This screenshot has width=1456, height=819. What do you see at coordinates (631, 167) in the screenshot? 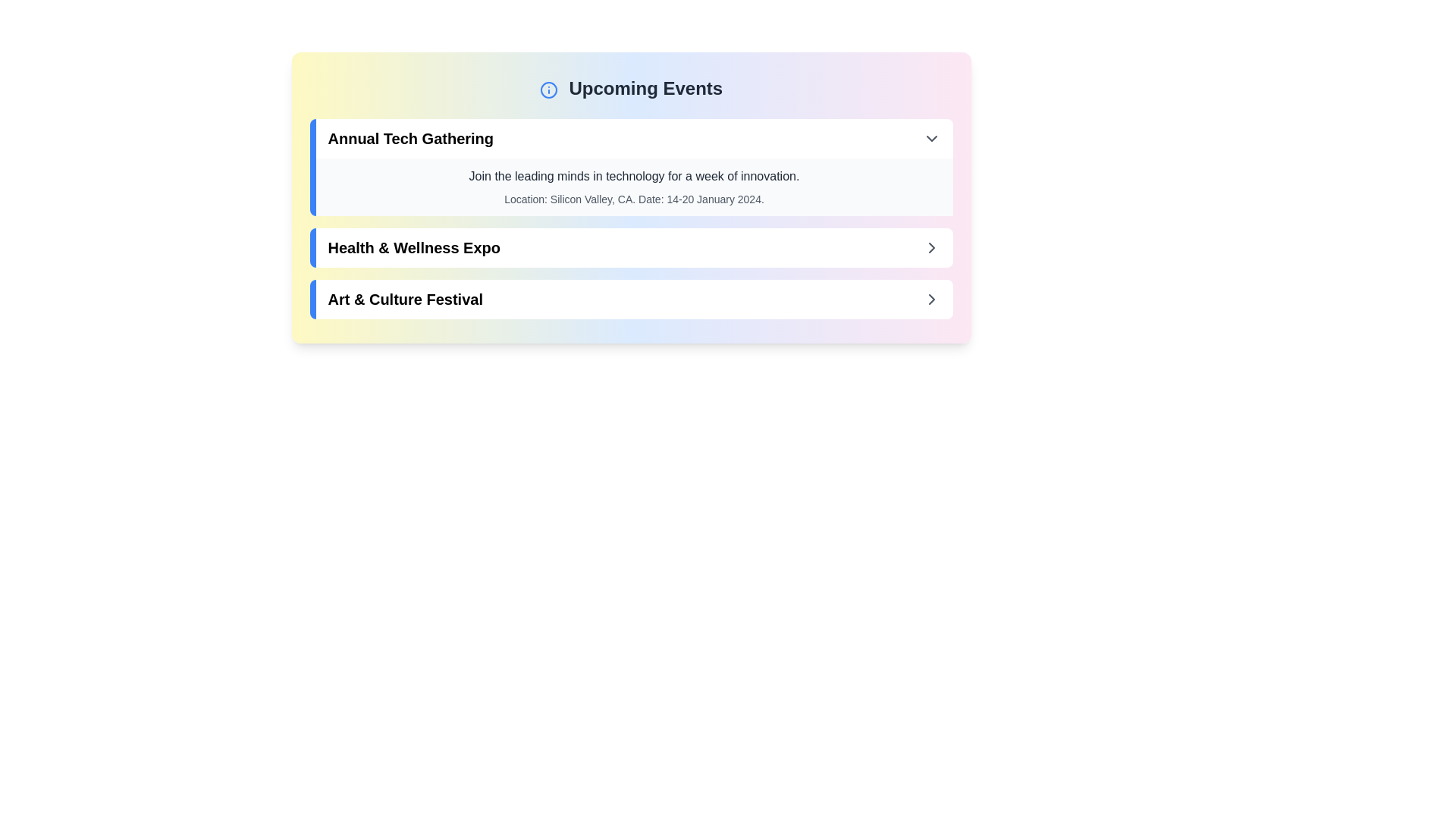
I see `details of the Event card titled 'Annual Tech Gathering,' which is the first item in the list of upcoming events` at bounding box center [631, 167].